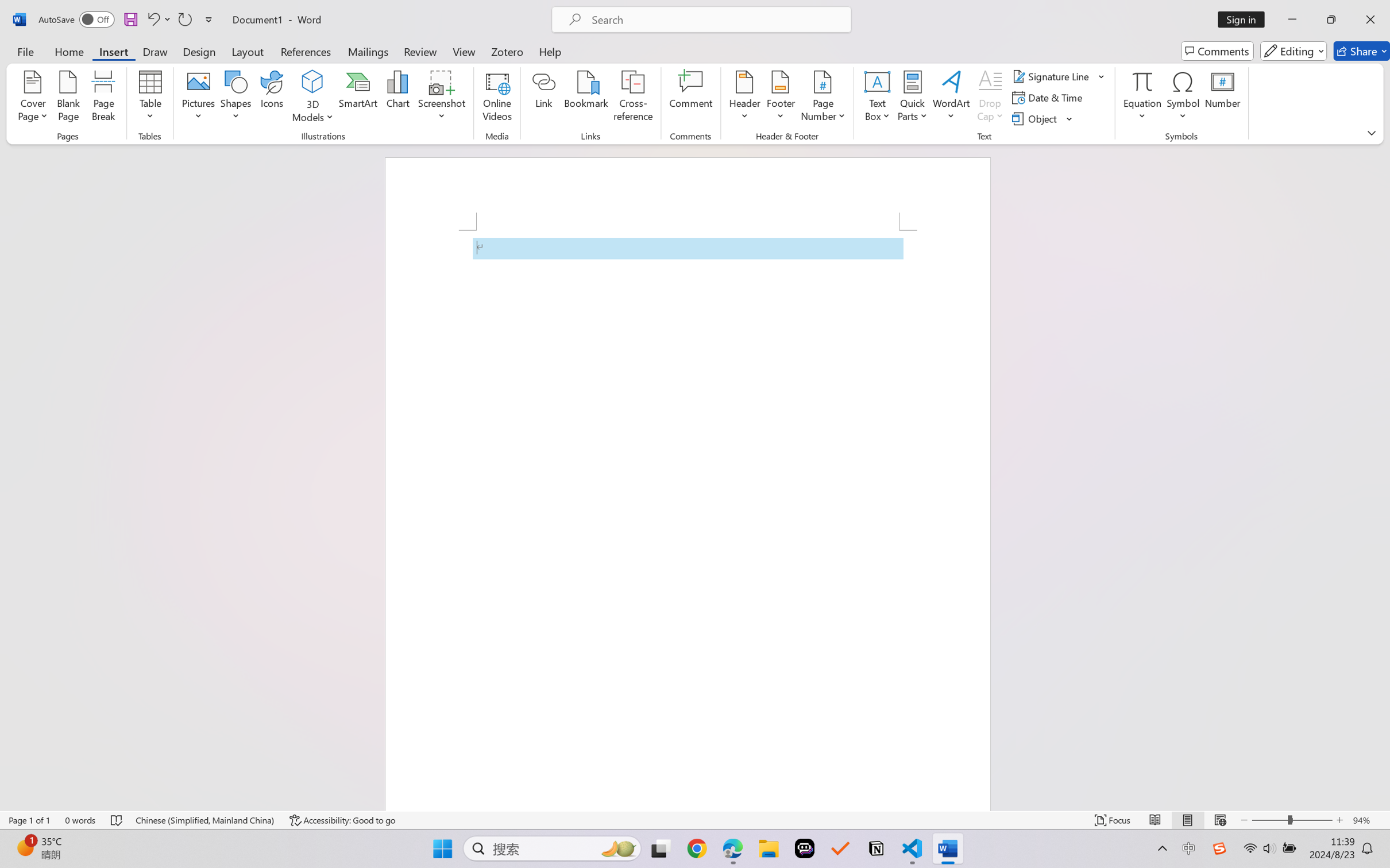 This screenshot has height=868, width=1390. What do you see at coordinates (1142, 81) in the screenshot?
I see `'Equation'` at bounding box center [1142, 81].